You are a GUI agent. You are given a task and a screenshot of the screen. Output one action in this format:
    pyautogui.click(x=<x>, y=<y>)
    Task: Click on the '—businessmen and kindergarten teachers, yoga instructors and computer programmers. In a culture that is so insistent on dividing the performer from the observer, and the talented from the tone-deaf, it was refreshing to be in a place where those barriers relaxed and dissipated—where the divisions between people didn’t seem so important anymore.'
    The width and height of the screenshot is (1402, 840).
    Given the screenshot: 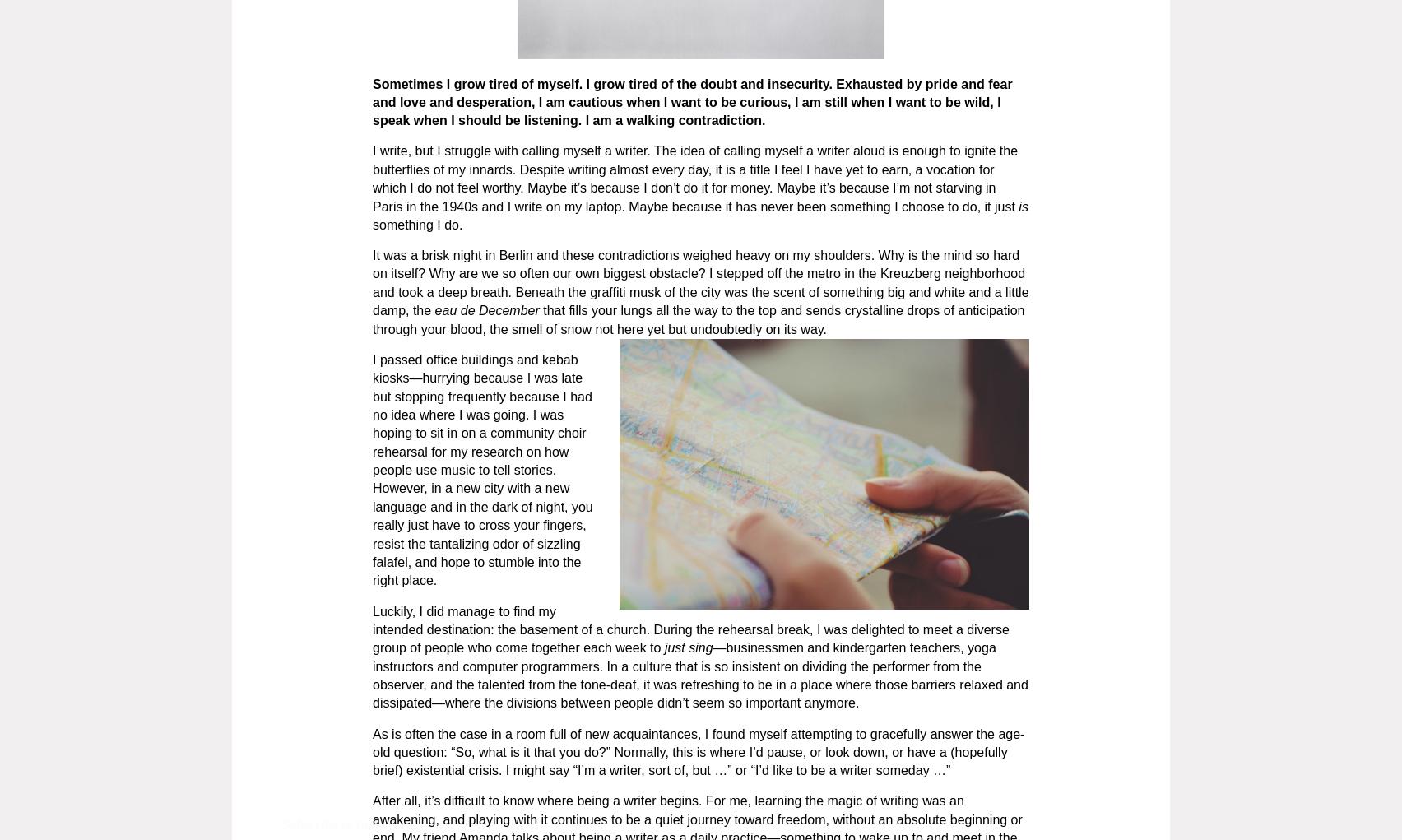 What is the action you would take?
    pyautogui.click(x=699, y=674)
    